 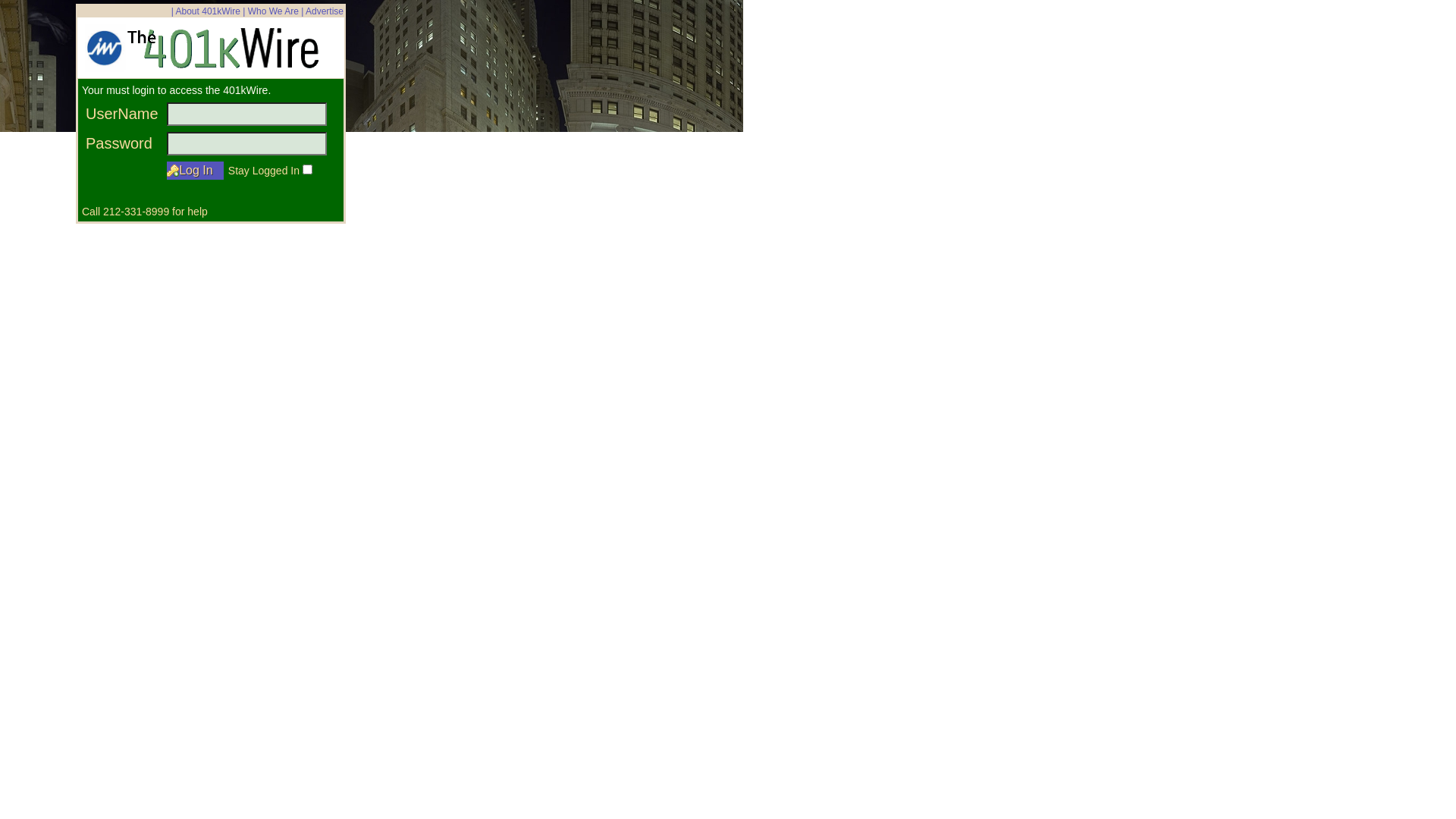 What do you see at coordinates (207, 11) in the screenshot?
I see `'About 401kWire'` at bounding box center [207, 11].